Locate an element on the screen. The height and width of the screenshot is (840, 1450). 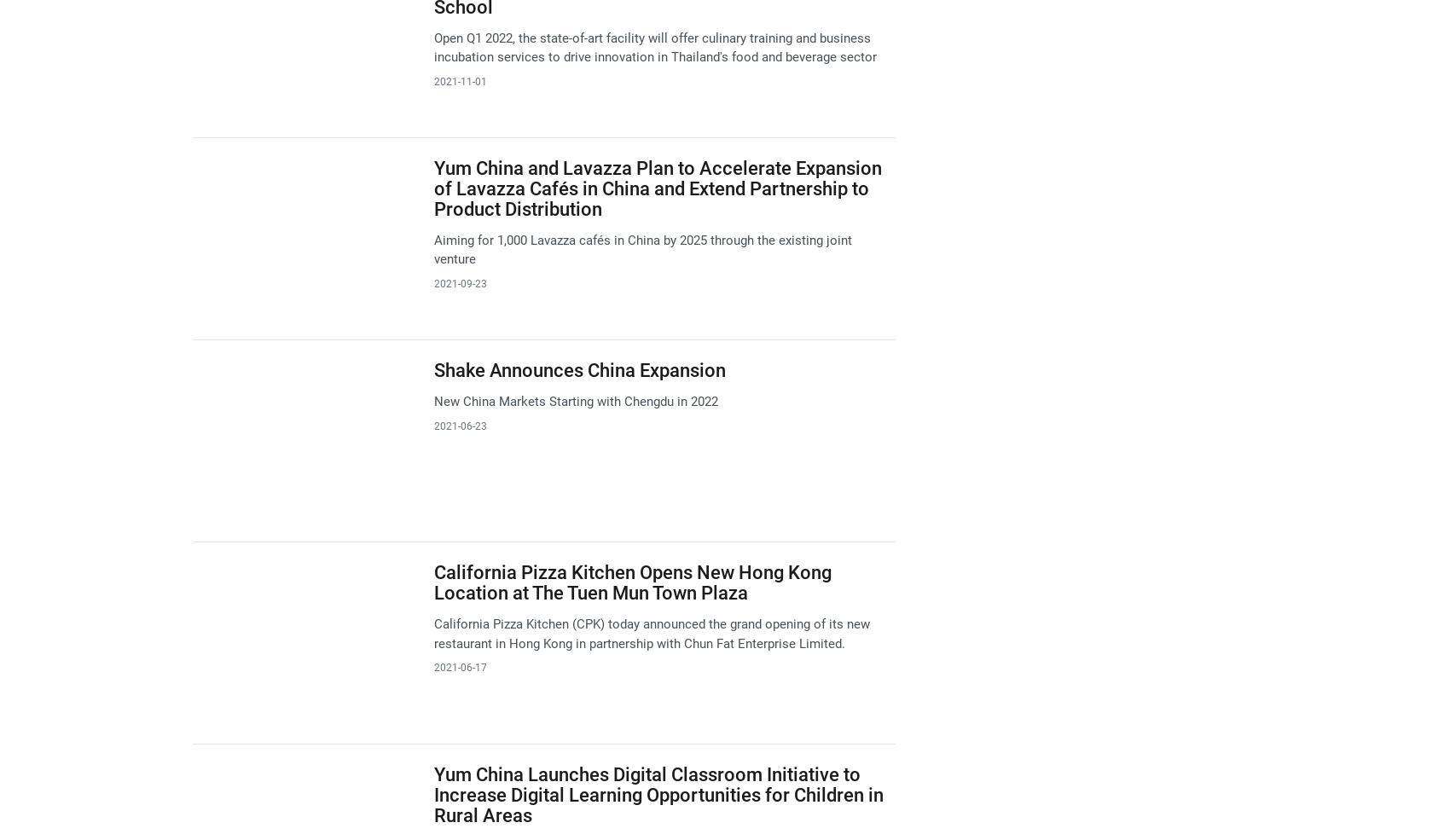
'California Pizza Kitchen (CPK) today announced the grand opening of its new restaurant in Hong Kong in partnership with Chun Fat Enterprise Limited.' is located at coordinates (650, 633).